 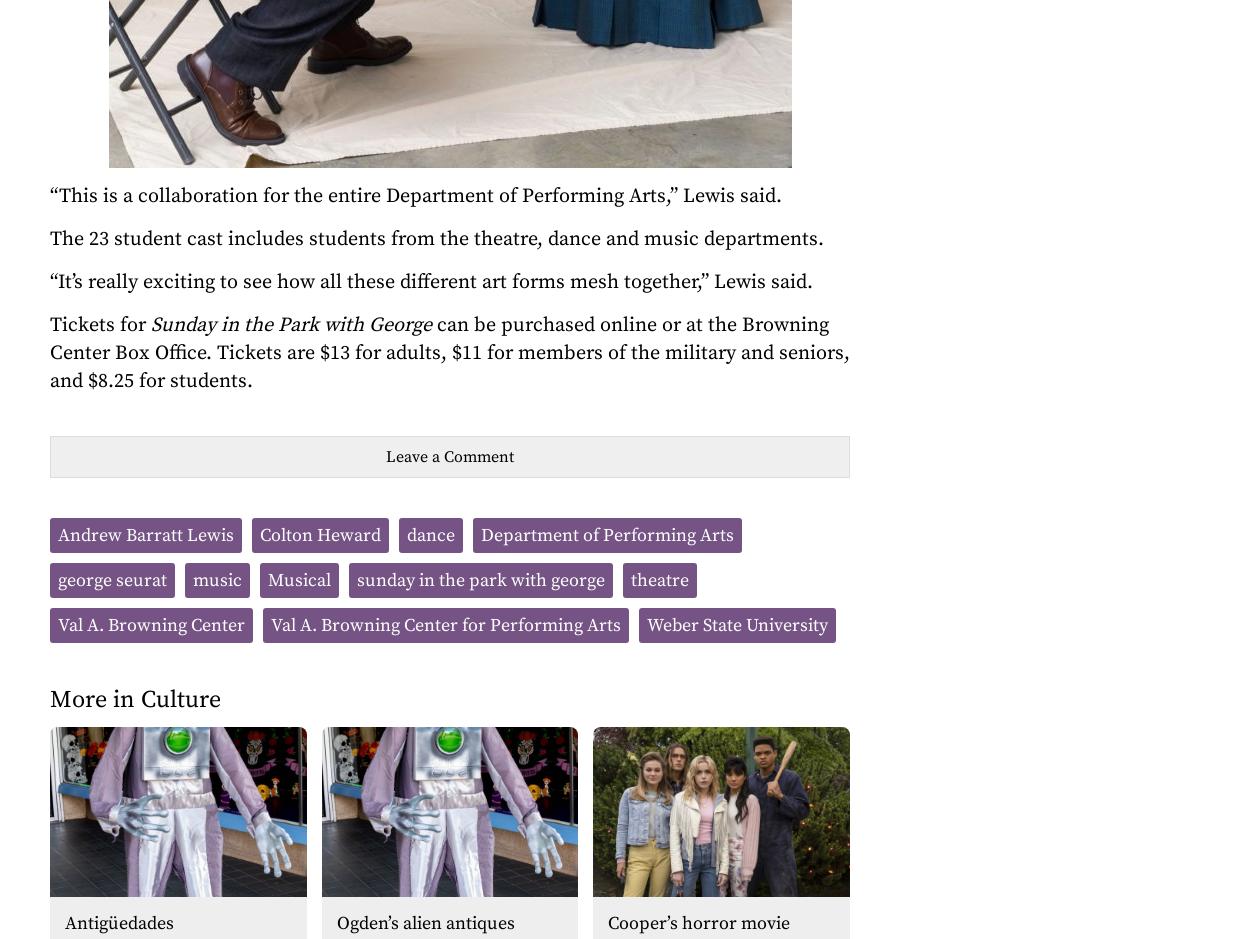 I want to click on 'Musical', so click(x=299, y=580).